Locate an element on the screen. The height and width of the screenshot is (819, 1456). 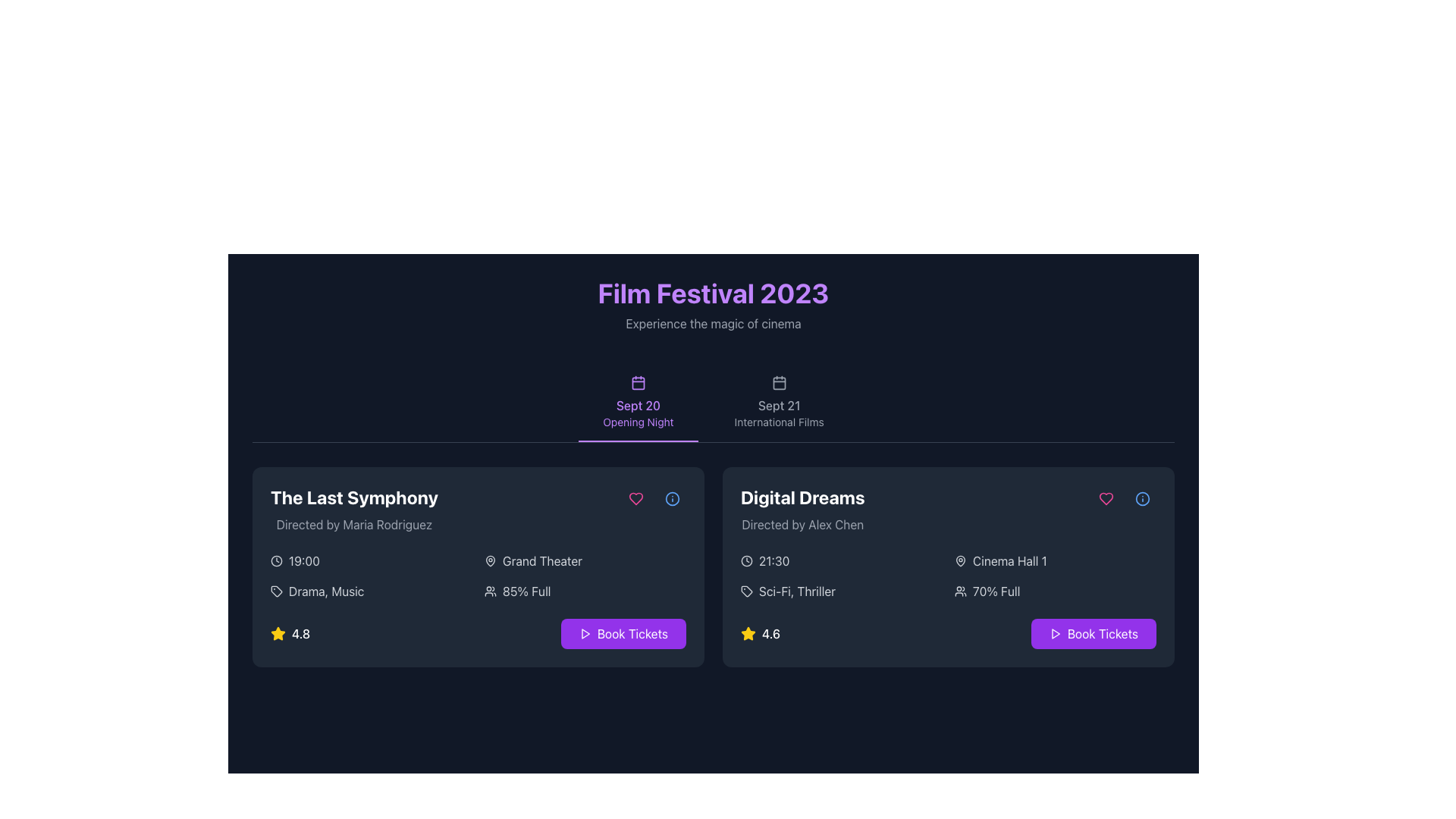
the tag icon located at the top right corner of the 'Digital Dreams' card, which is a slanted rectangular shape with rounded corners and a dot near one of its corners is located at coordinates (276, 590).